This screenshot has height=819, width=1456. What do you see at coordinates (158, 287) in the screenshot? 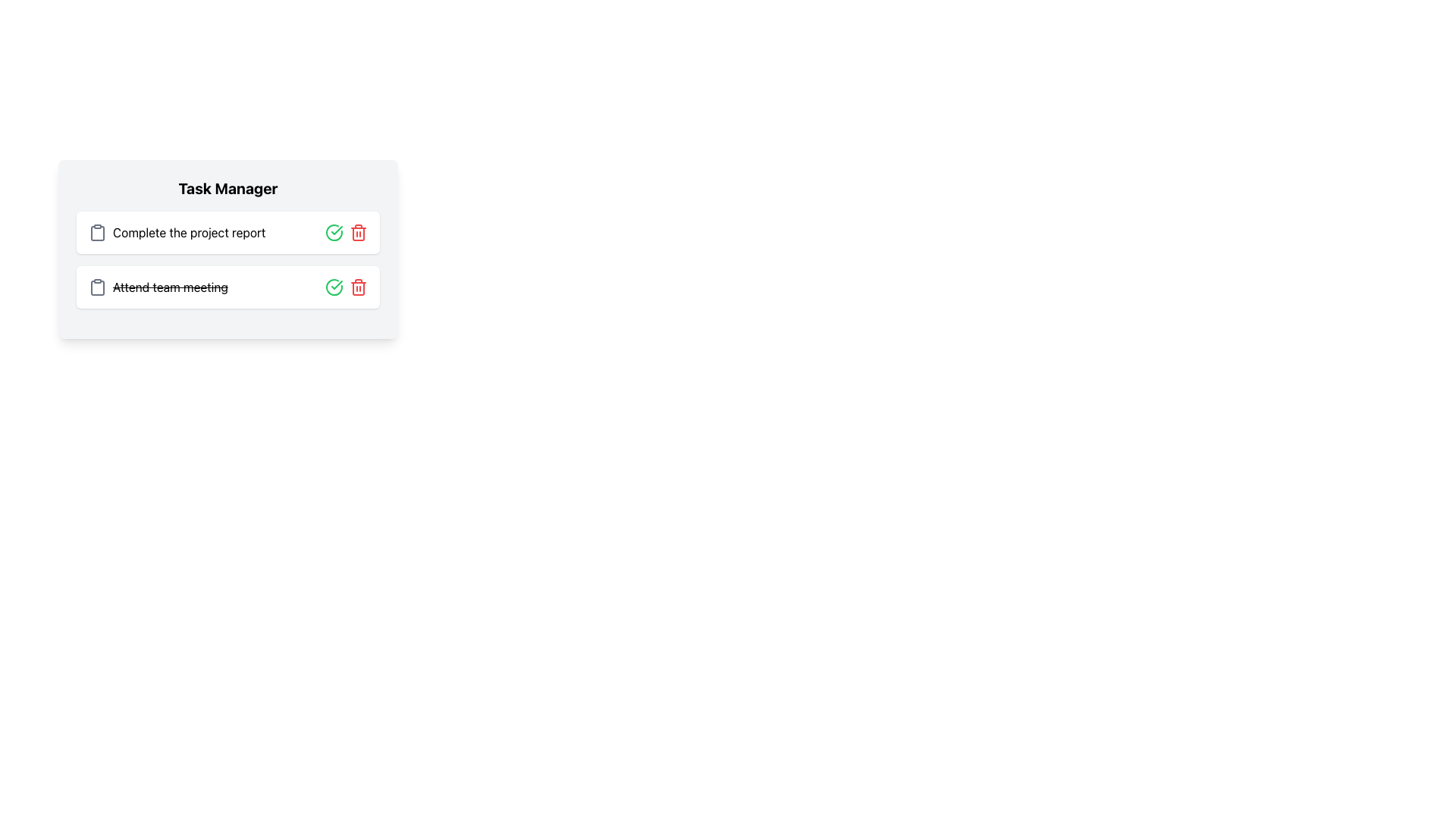
I see `text content of the completed task labeled 'Attend team meeting' which is visually indicated by a line-through style` at bounding box center [158, 287].